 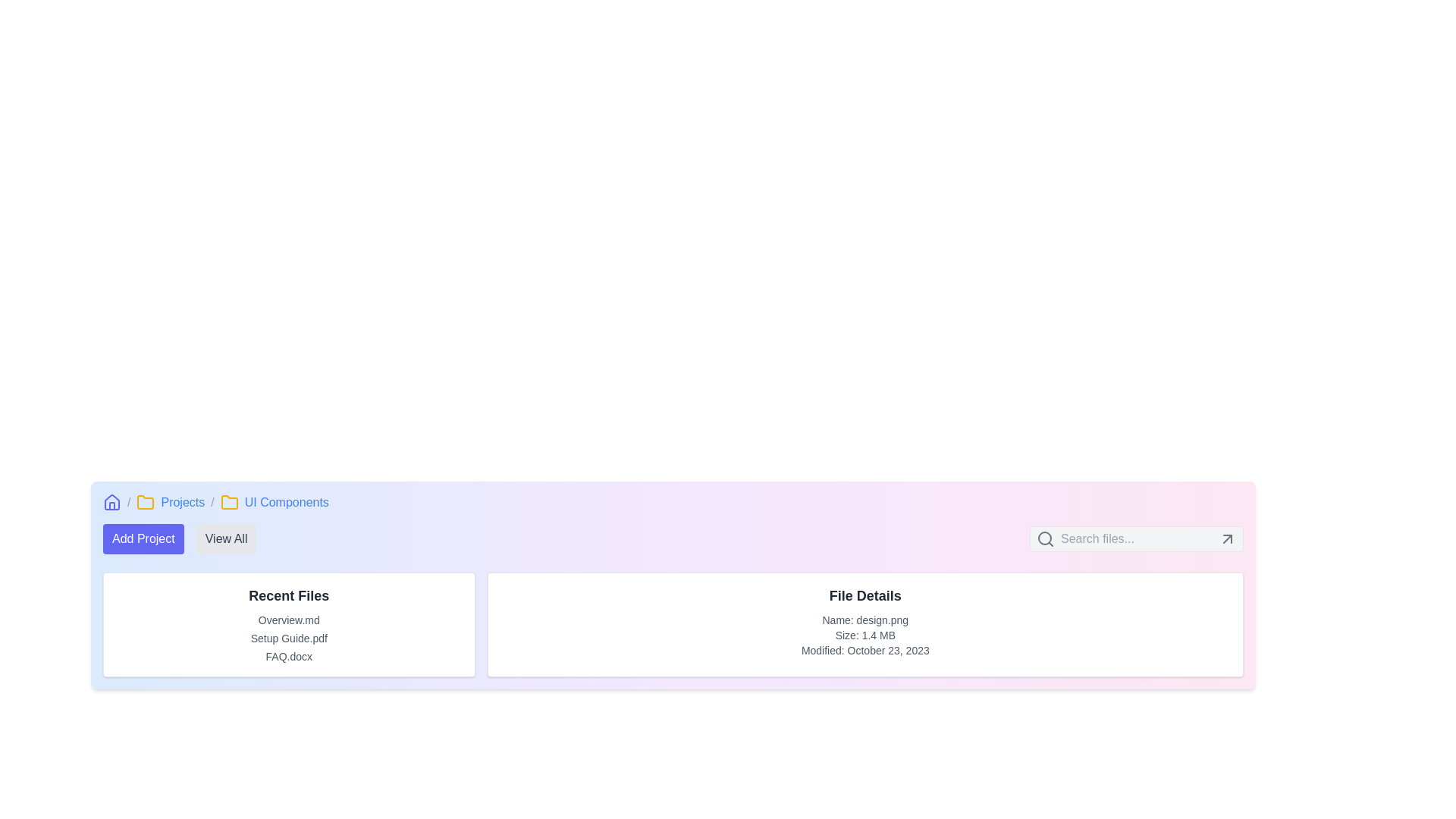 What do you see at coordinates (182, 503) in the screenshot?
I see `the blue hyperlink 'Projects' in the breadcrumb navigation bar` at bounding box center [182, 503].